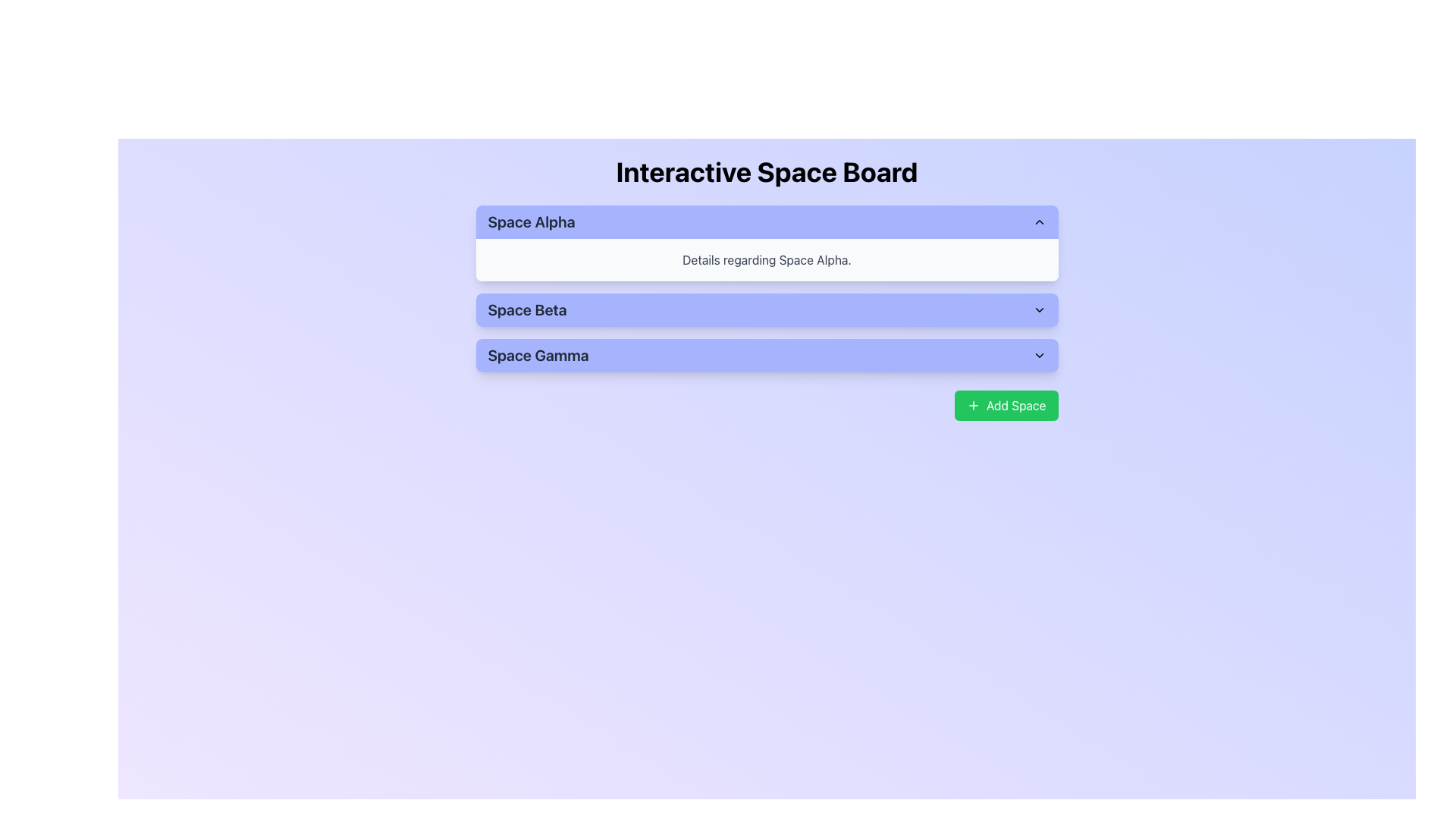  Describe the element at coordinates (767, 289) in the screenshot. I see `the first section labeled 'Space Alpha' of the Collapsible Panel titled 'Interactive Space Board'` at that location.